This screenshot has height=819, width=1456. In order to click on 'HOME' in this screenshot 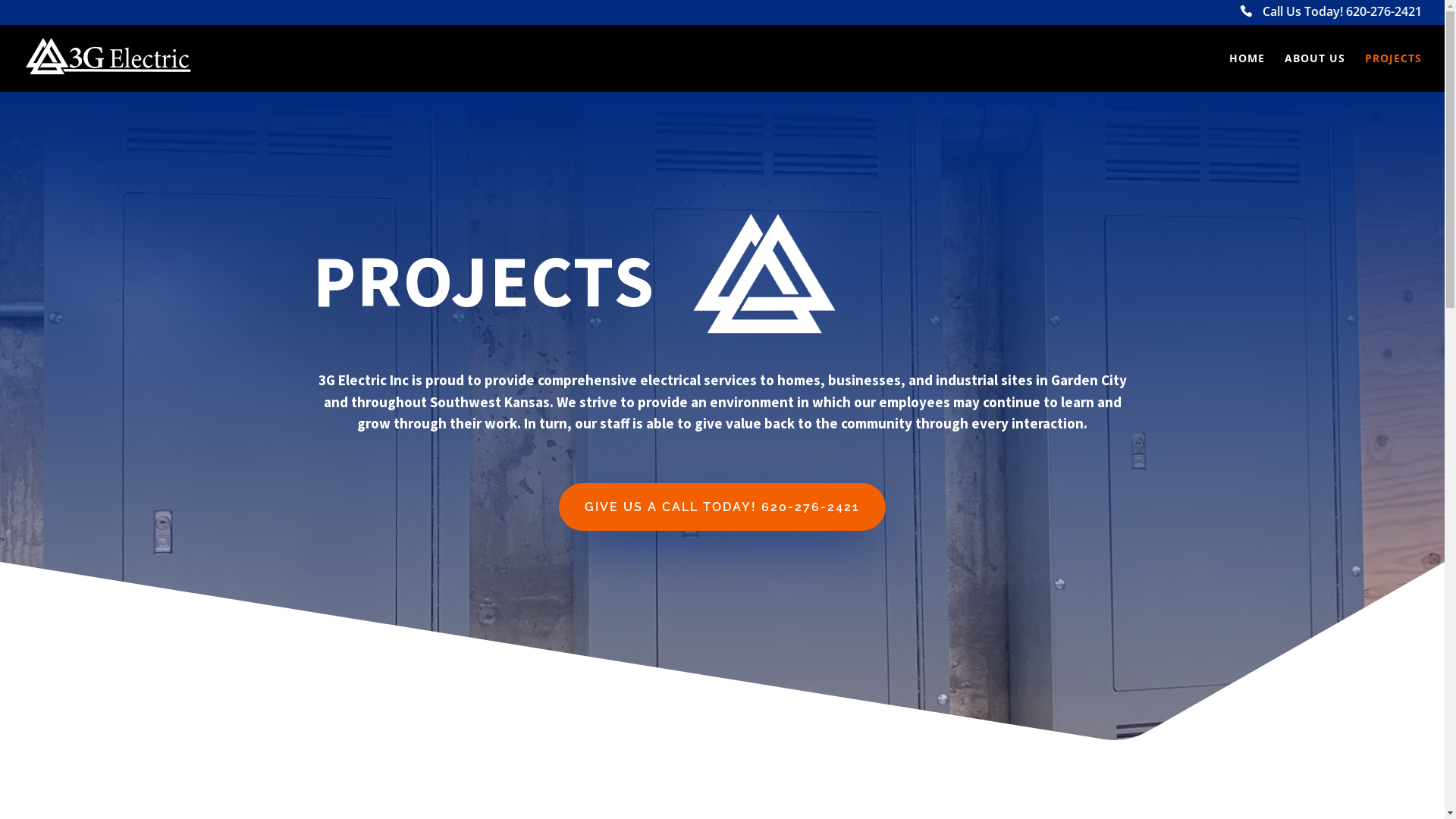, I will do `click(1247, 72)`.